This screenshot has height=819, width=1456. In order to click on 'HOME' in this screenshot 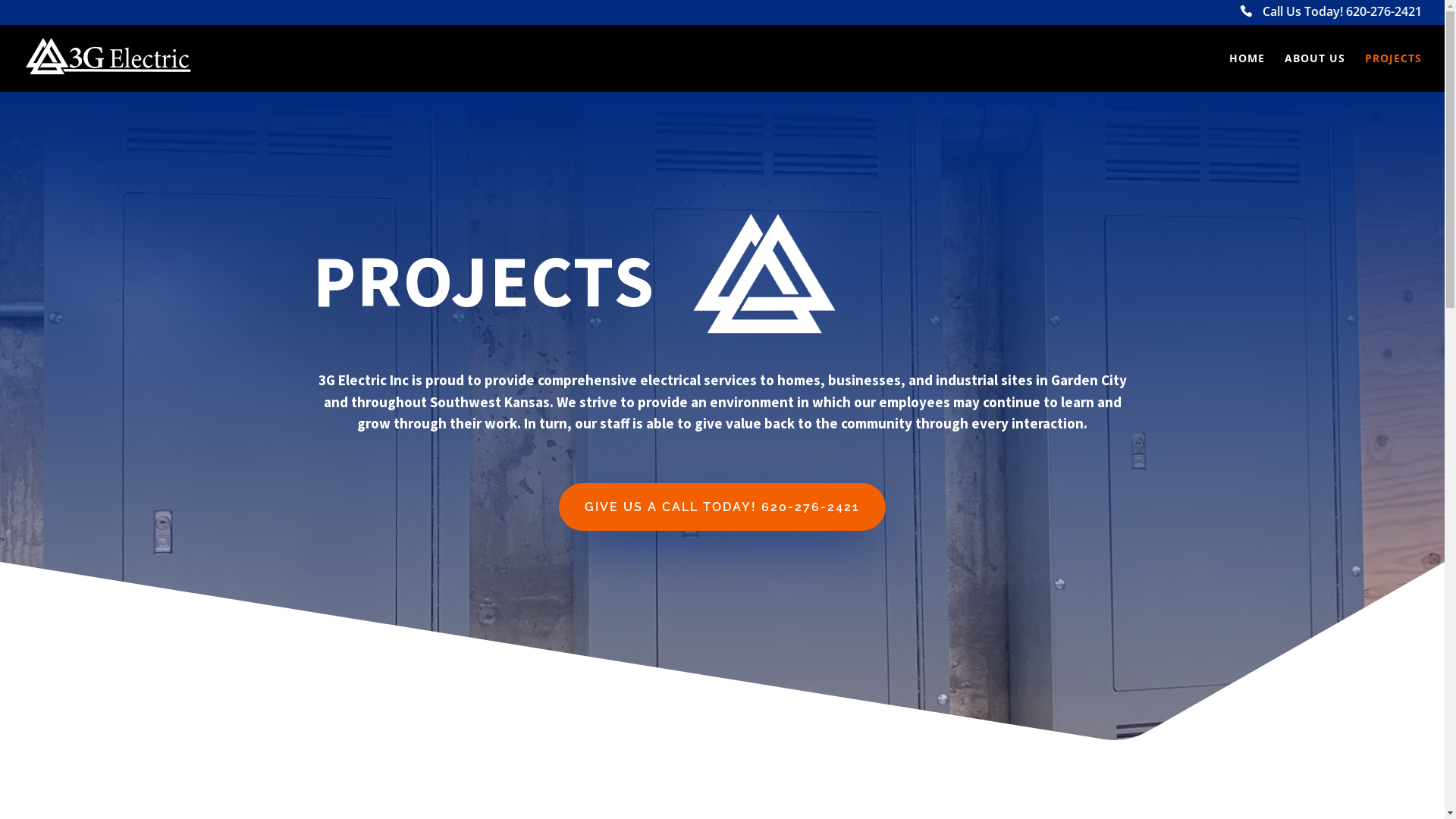, I will do `click(1247, 72)`.